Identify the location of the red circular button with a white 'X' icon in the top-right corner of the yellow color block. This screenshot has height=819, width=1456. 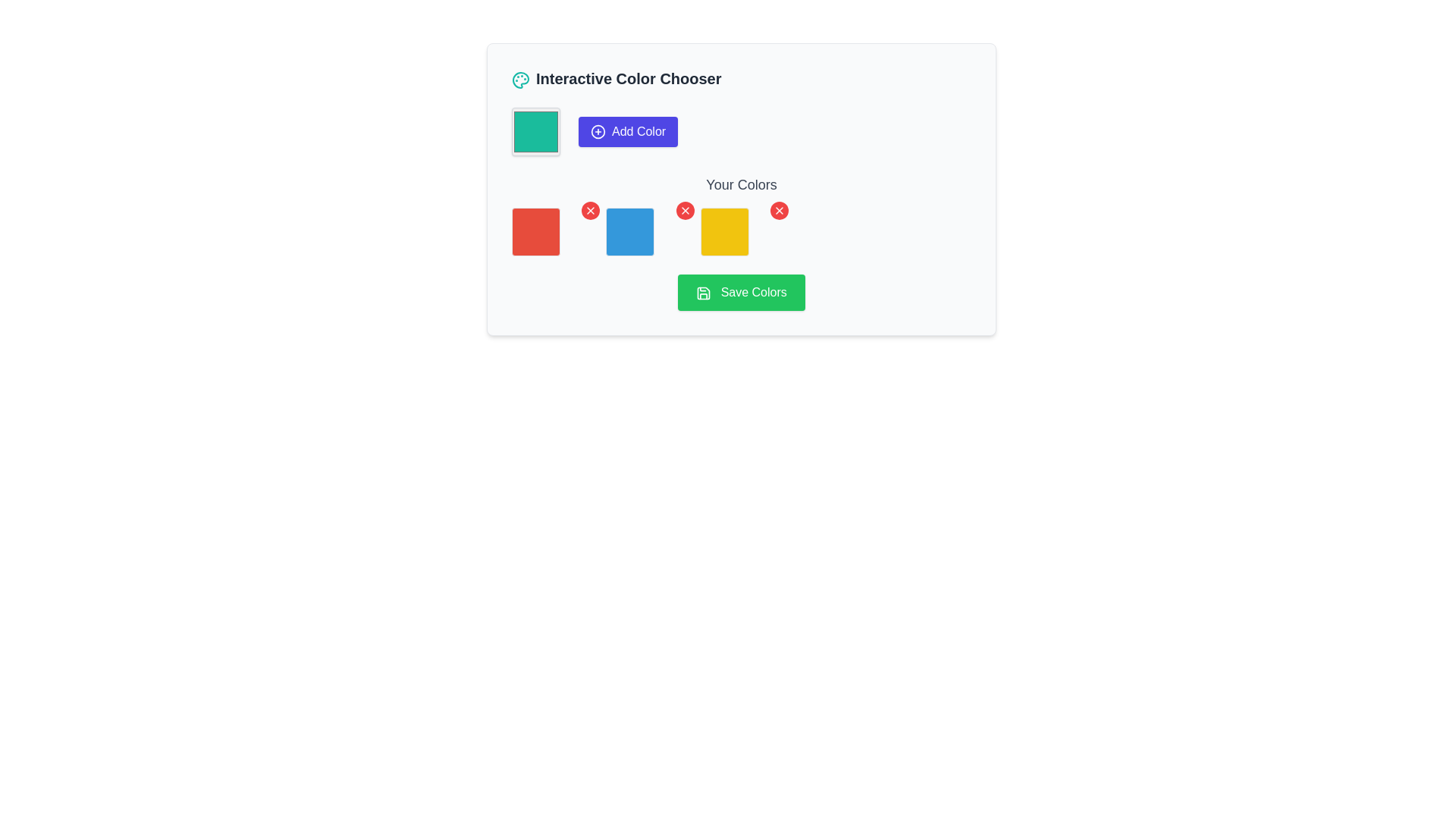
(780, 210).